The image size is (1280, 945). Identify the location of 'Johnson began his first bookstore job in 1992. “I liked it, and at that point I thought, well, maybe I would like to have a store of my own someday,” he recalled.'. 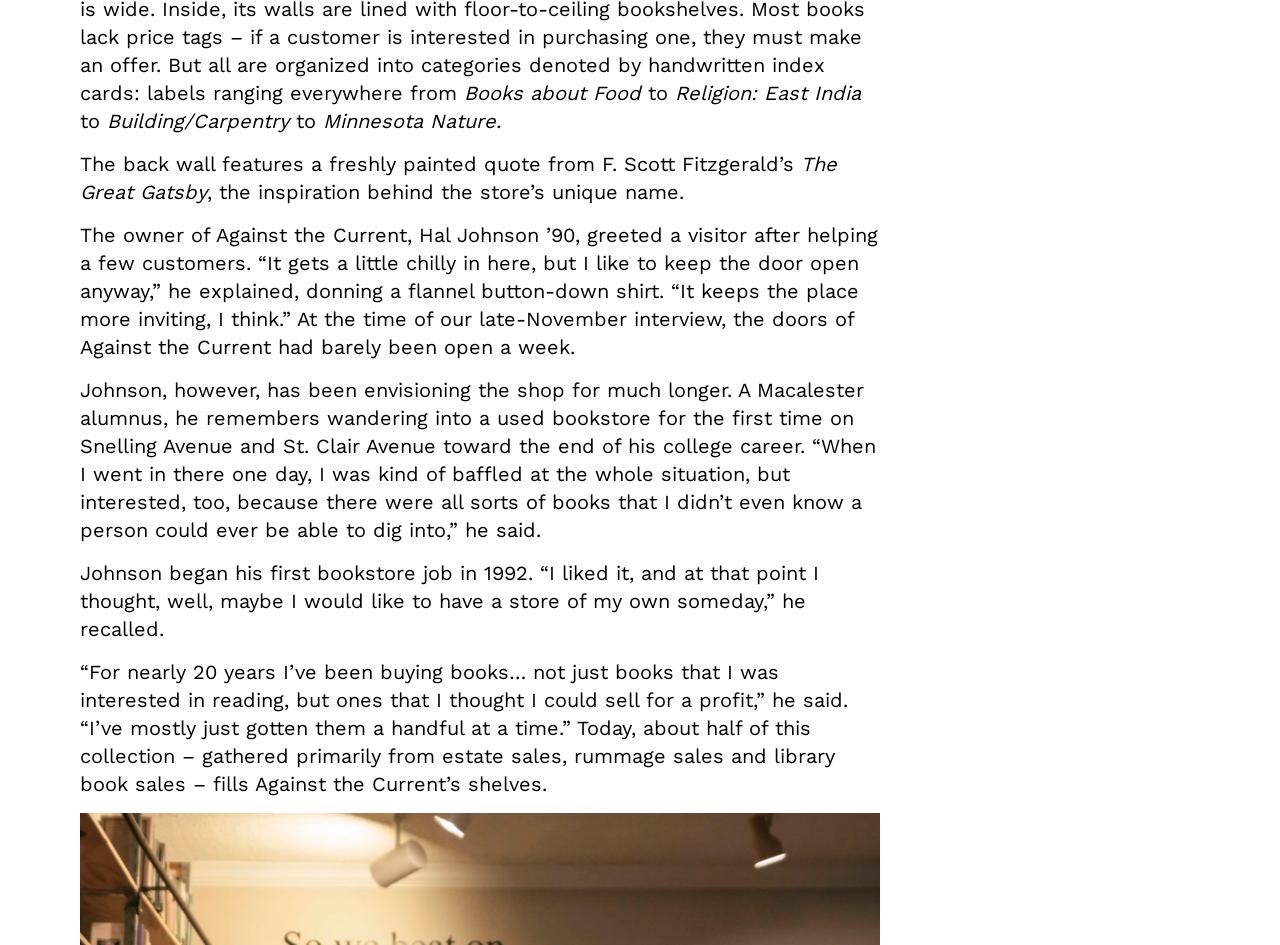
(448, 601).